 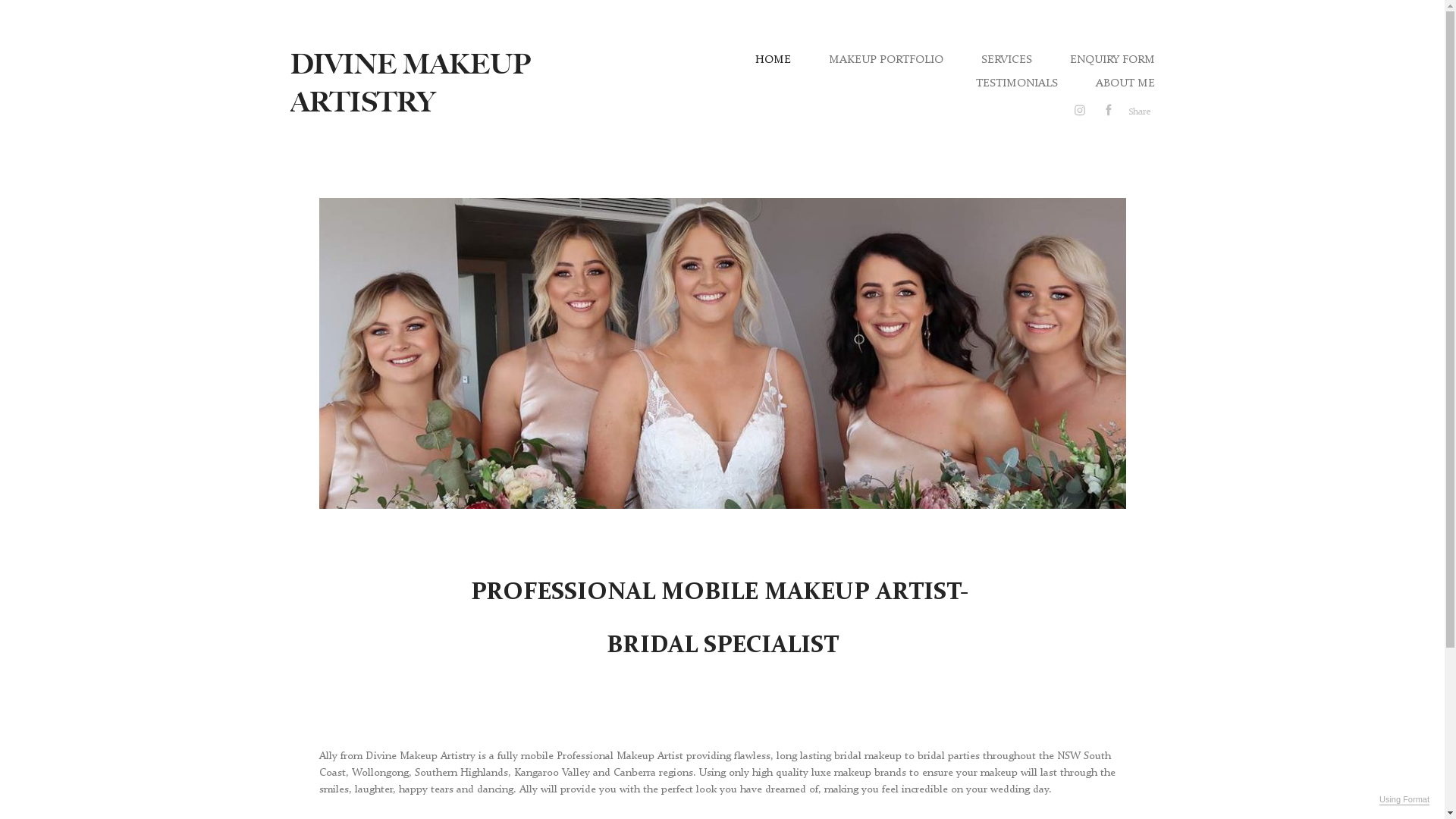 I want to click on 'MAKEUP PORTFOLIO', so click(x=885, y=58).